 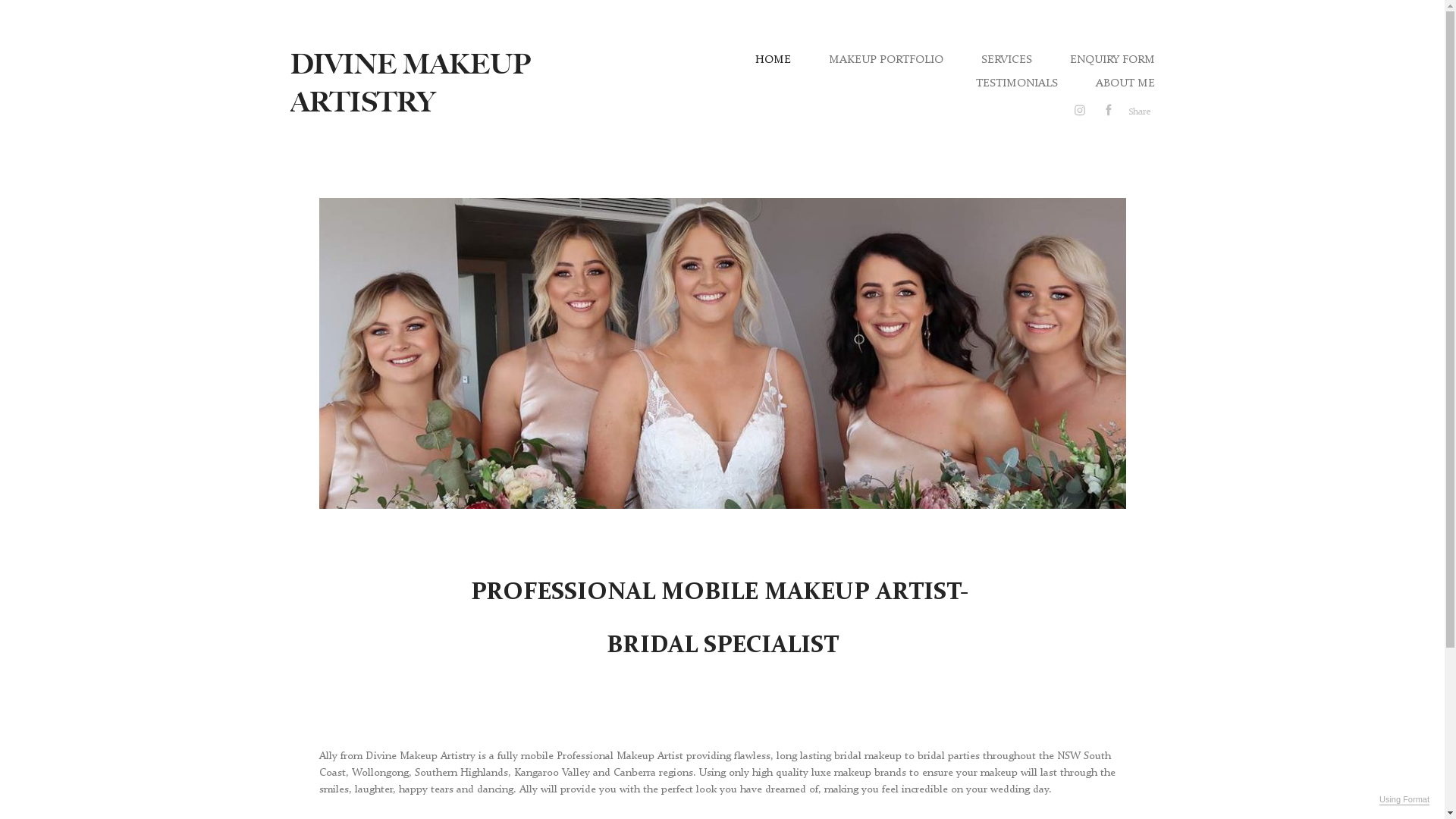 I want to click on 'MAKEUP PORTFOLIO', so click(x=885, y=58).